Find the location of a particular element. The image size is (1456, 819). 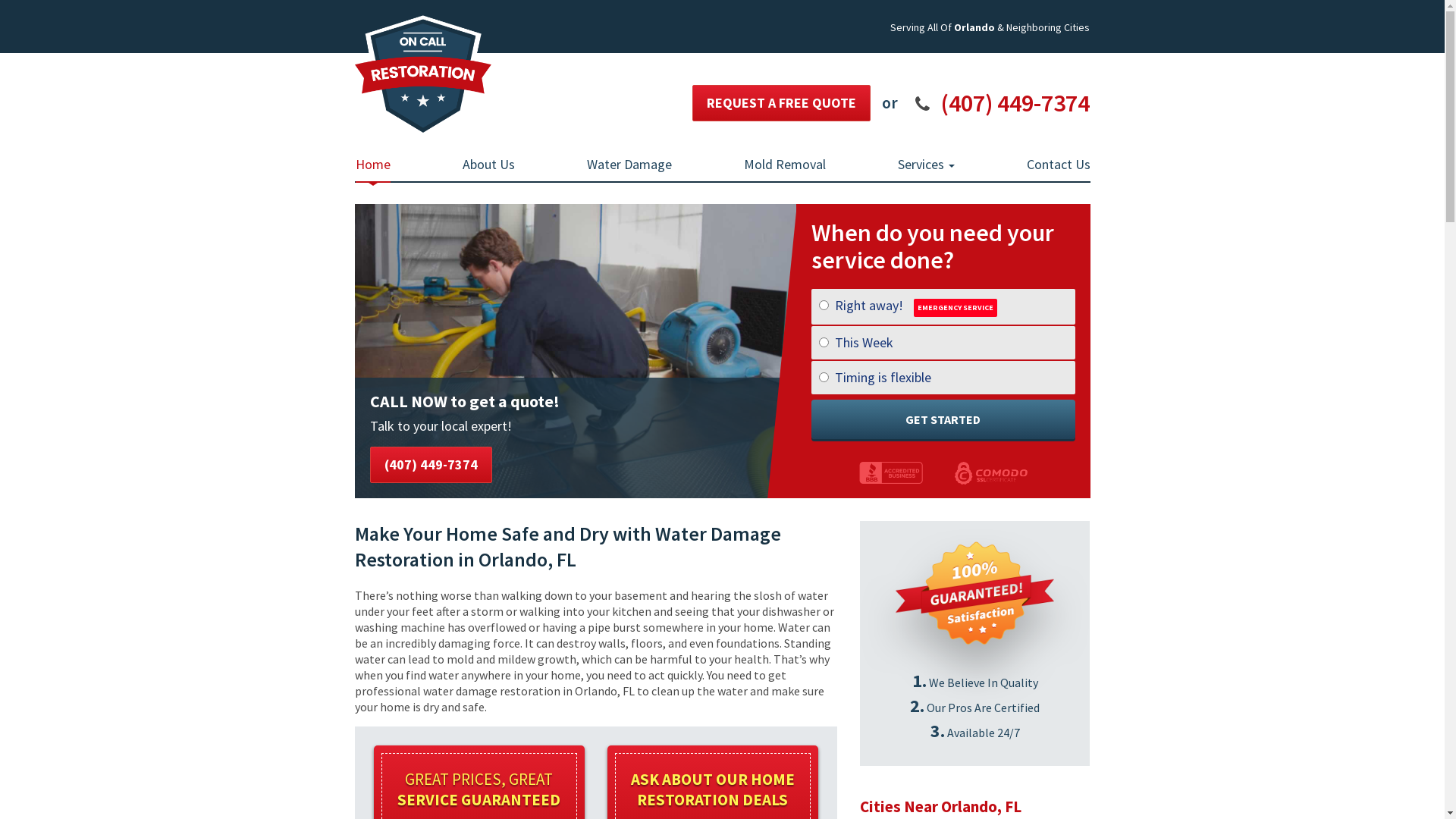

'GET STARTED' is located at coordinates (942, 419).